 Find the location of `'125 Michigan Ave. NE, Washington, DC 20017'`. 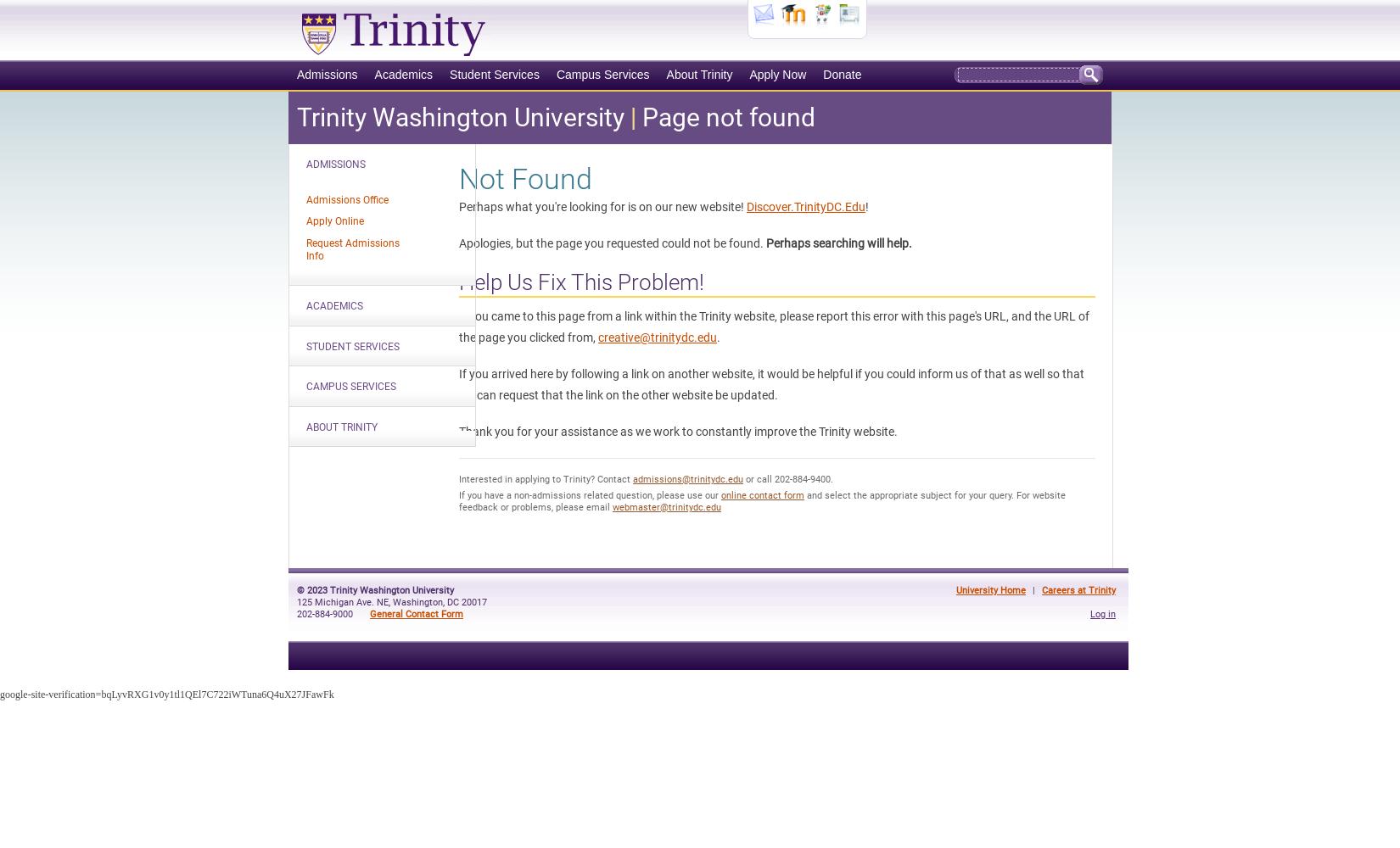

'125 Michigan Ave. NE, Washington, DC 20017' is located at coordinates (391, 601).